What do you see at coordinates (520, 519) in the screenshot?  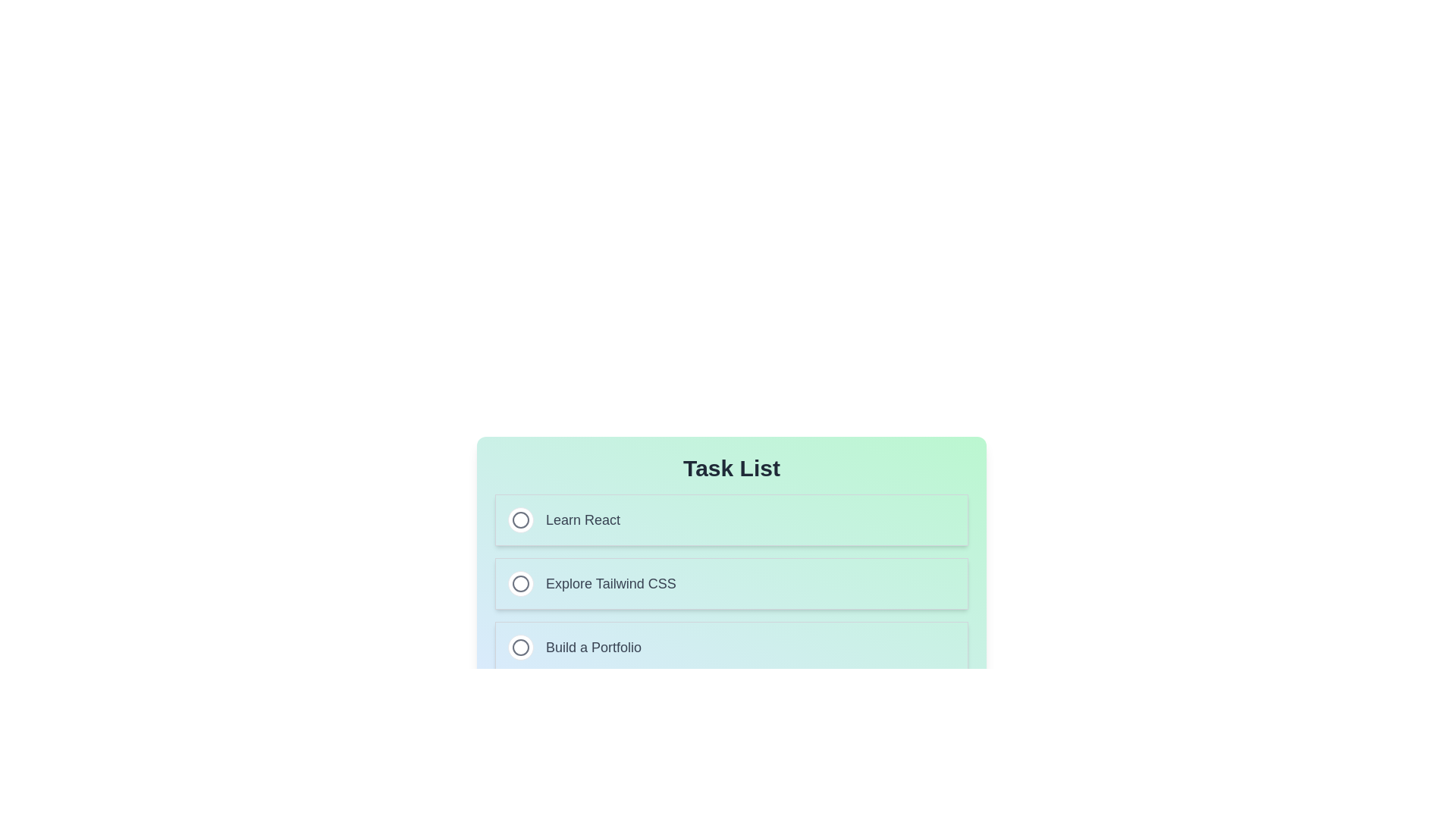 I see `the circular indicator or radio button representing the selection option for 'Learn React' in the task list` at bounding box center [520, 519].